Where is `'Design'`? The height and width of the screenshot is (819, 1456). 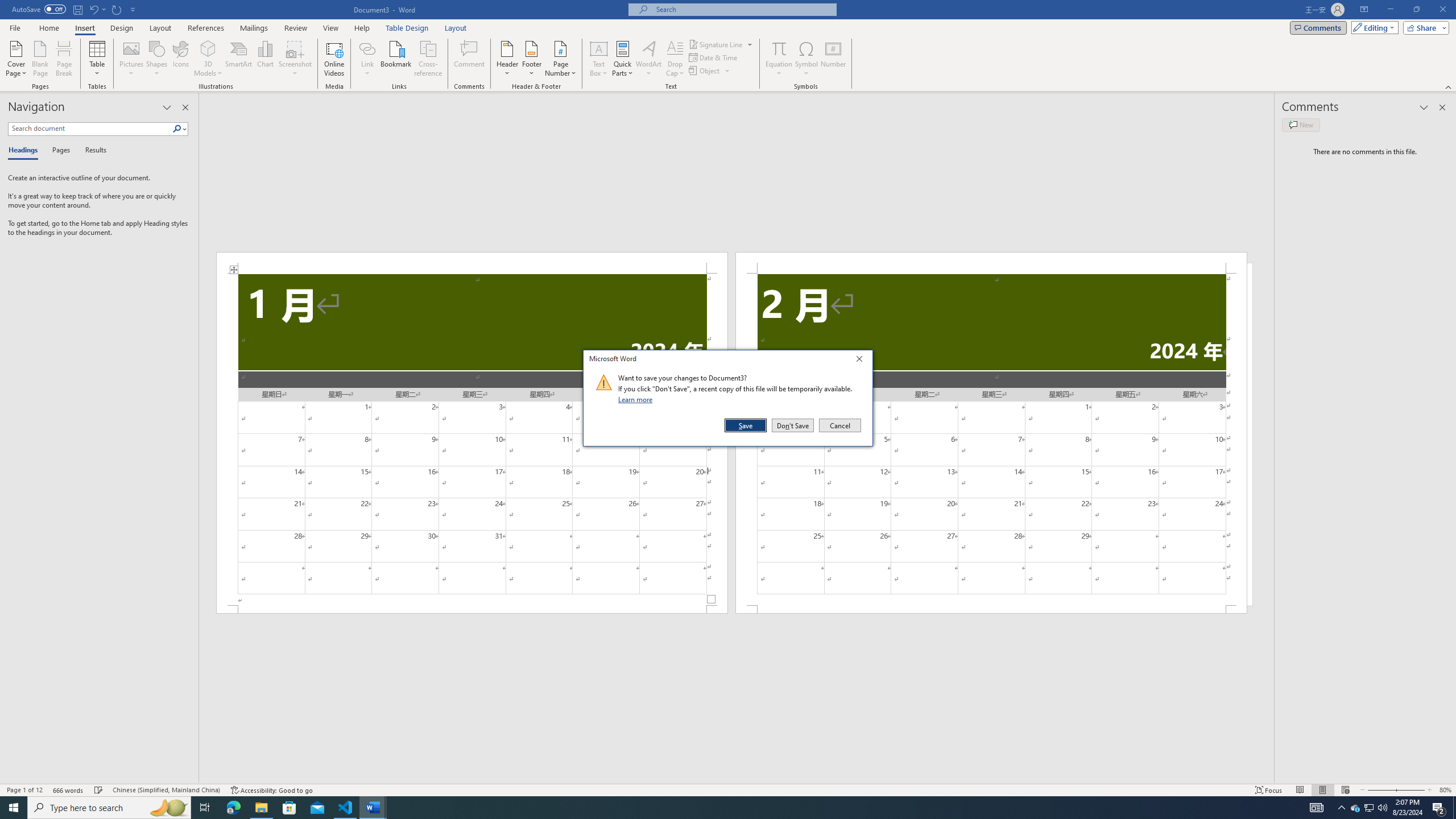
'Design' is located at coordinates (122, 28).